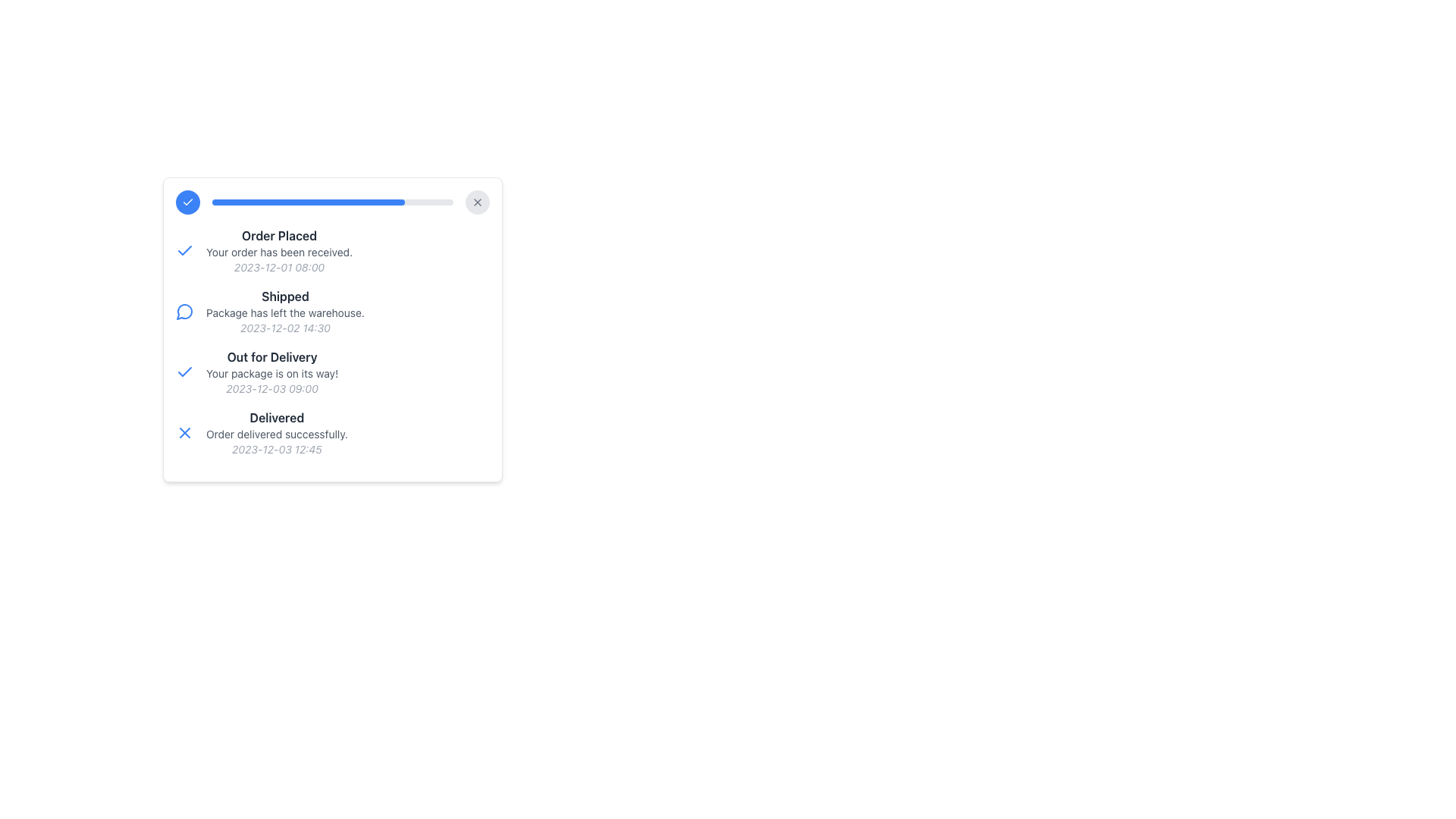  What do you see at coordinates (184, 372) in the screenshot?
I see `completion status icon that indicates the delivery stage, located next to the text 'Out for Delivery.'` at bounding box center [184, 372].